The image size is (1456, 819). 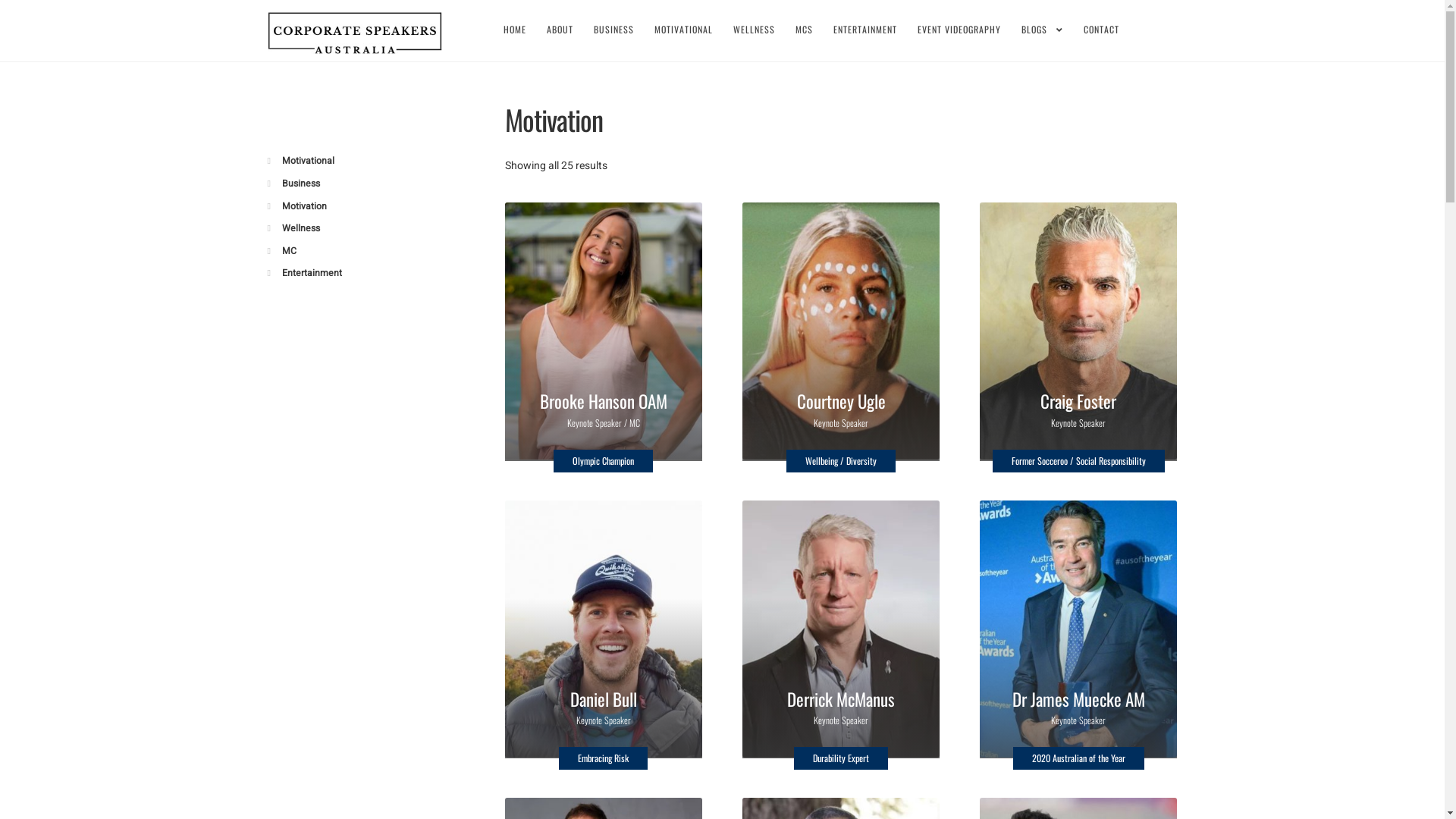 I want to click on 'BLOGS', so click(x=1041, y=30).